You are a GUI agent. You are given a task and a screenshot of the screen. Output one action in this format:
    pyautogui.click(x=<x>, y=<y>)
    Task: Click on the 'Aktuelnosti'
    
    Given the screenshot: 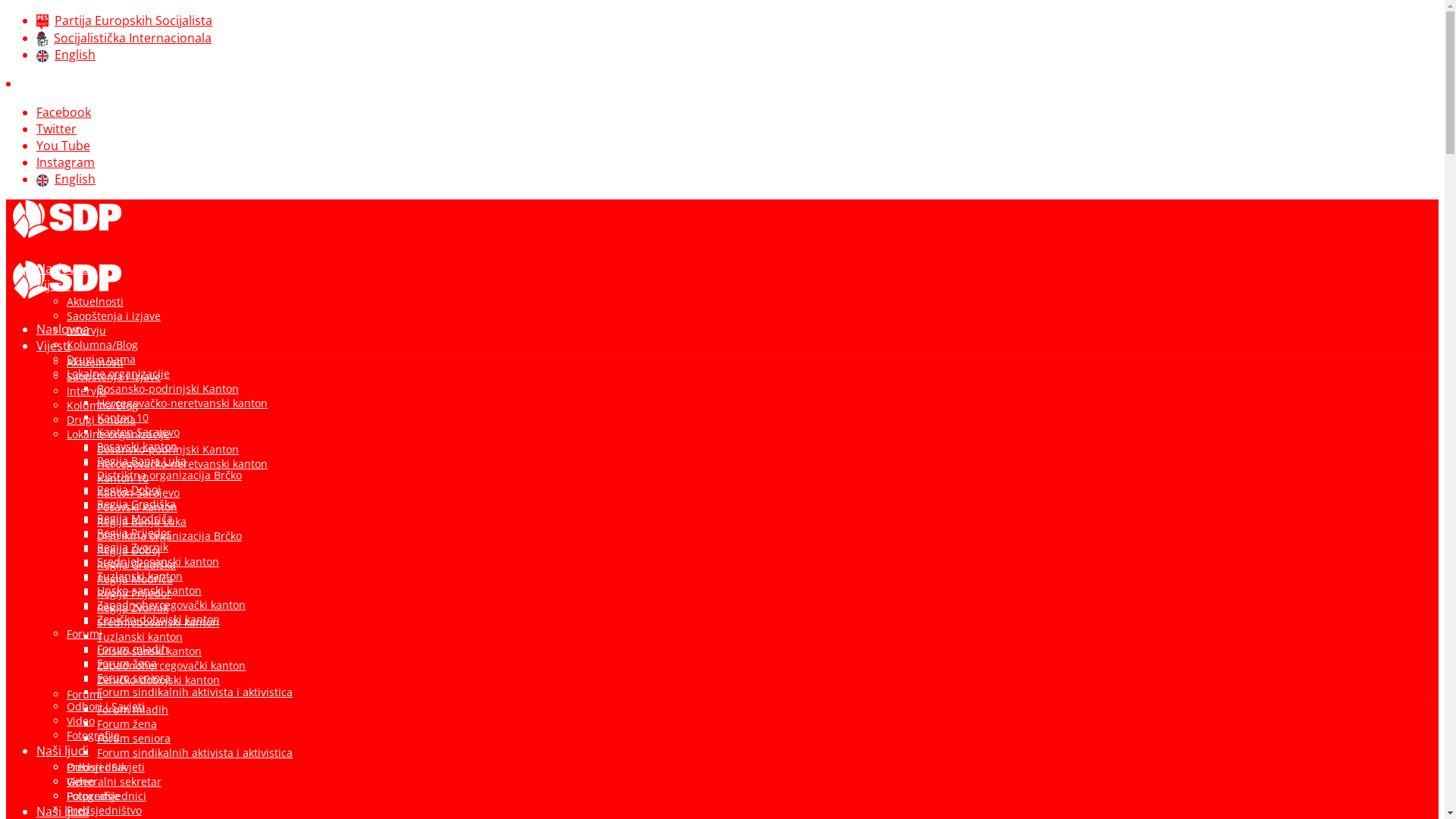 What is the action you would take?
    pyautogui.click(x=94, y=301)
    